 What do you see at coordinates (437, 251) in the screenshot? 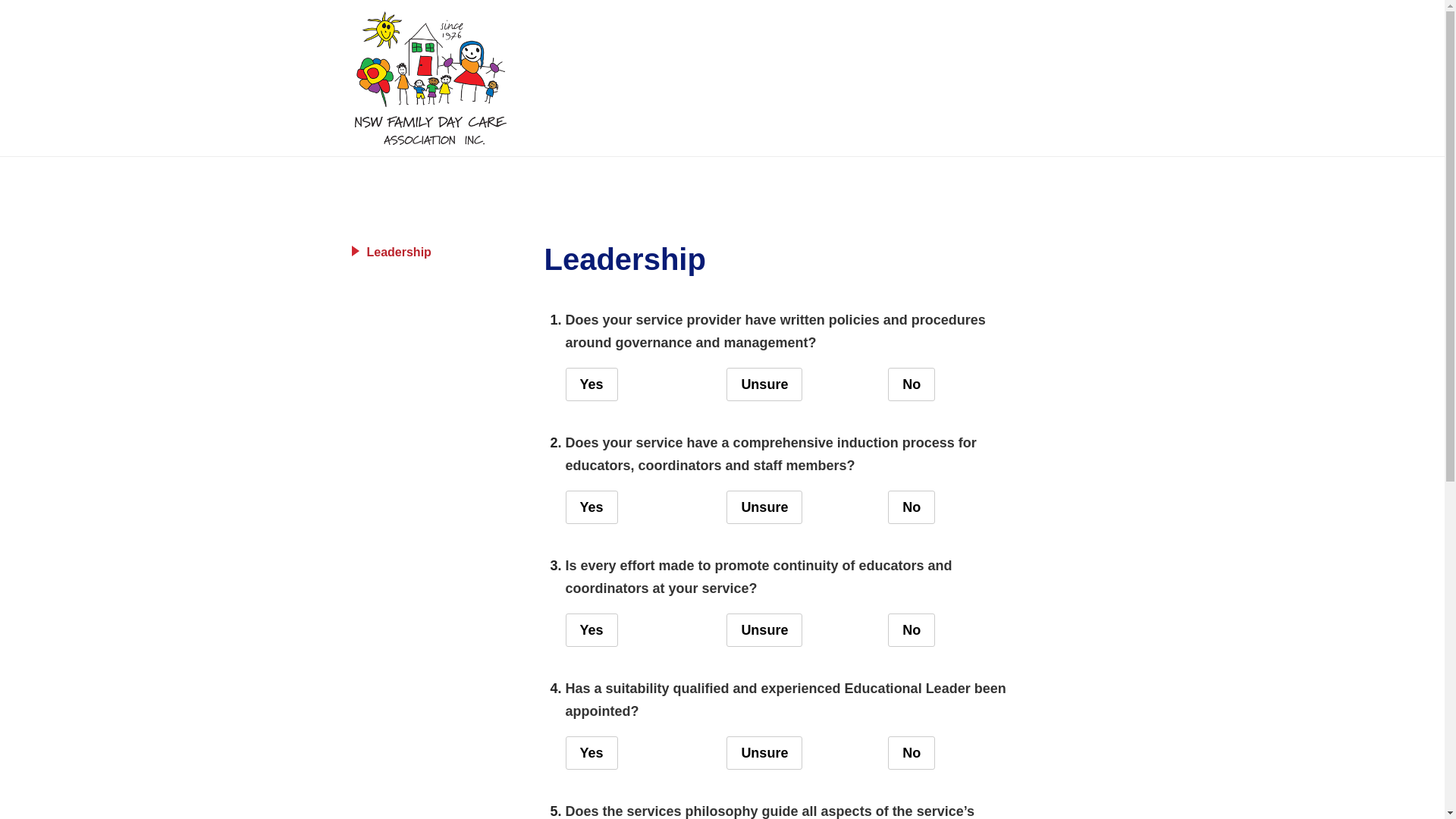
I see `'Leadership'` at bounding box center [437, 251].